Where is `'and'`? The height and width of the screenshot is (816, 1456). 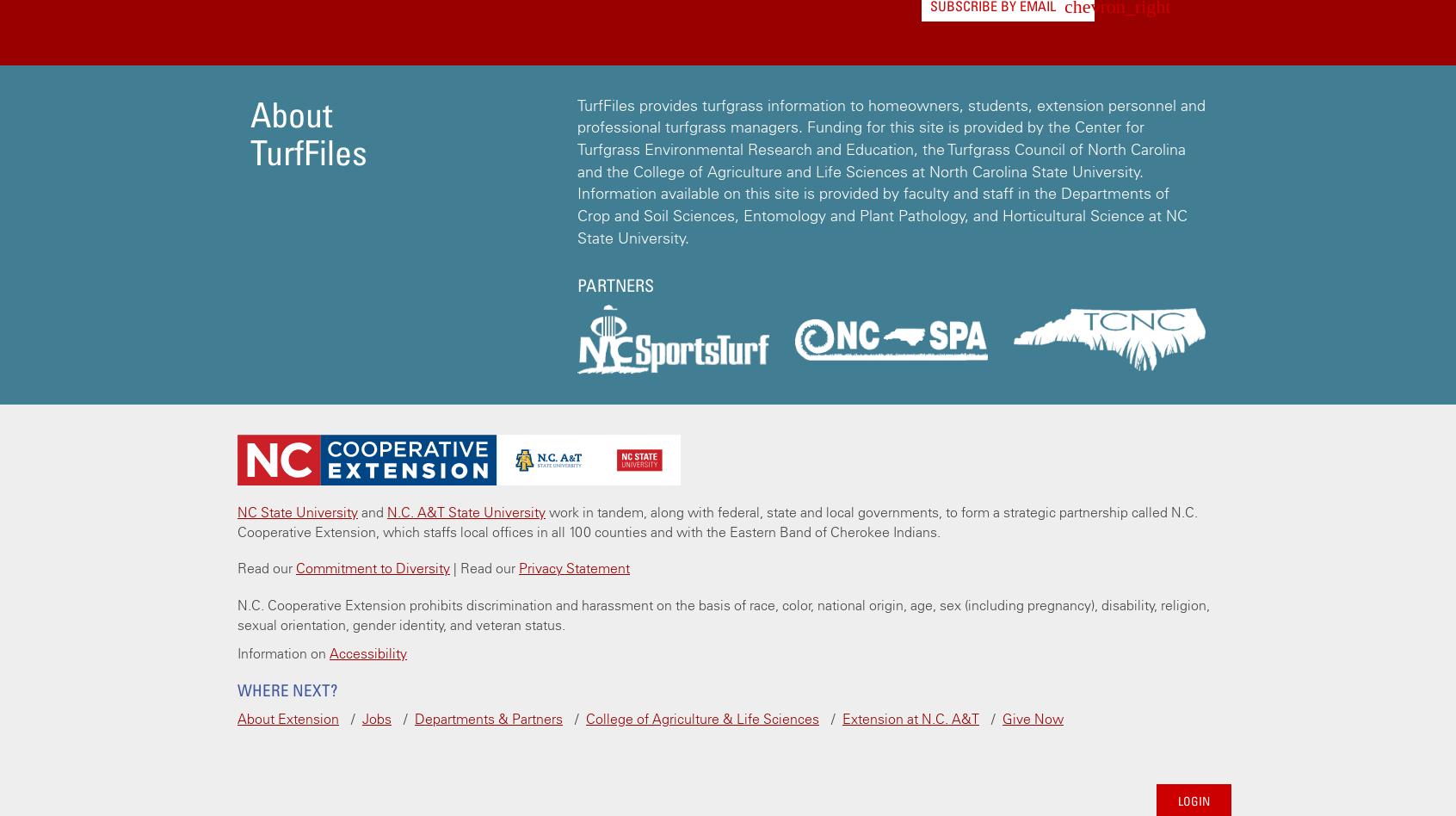
'and' is located at coordinates (371, 510).